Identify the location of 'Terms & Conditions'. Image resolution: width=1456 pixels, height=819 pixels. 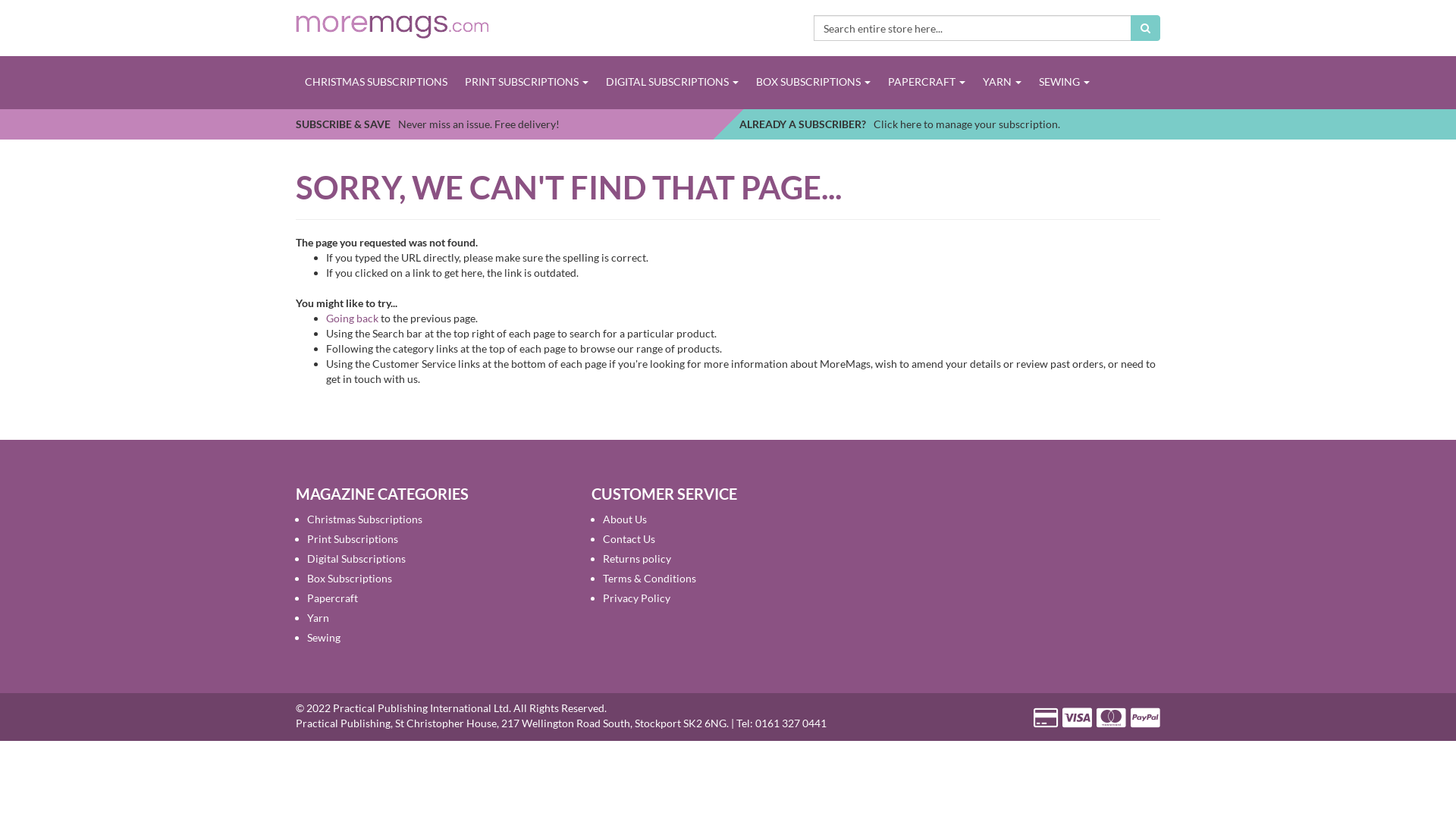
(649, 578).